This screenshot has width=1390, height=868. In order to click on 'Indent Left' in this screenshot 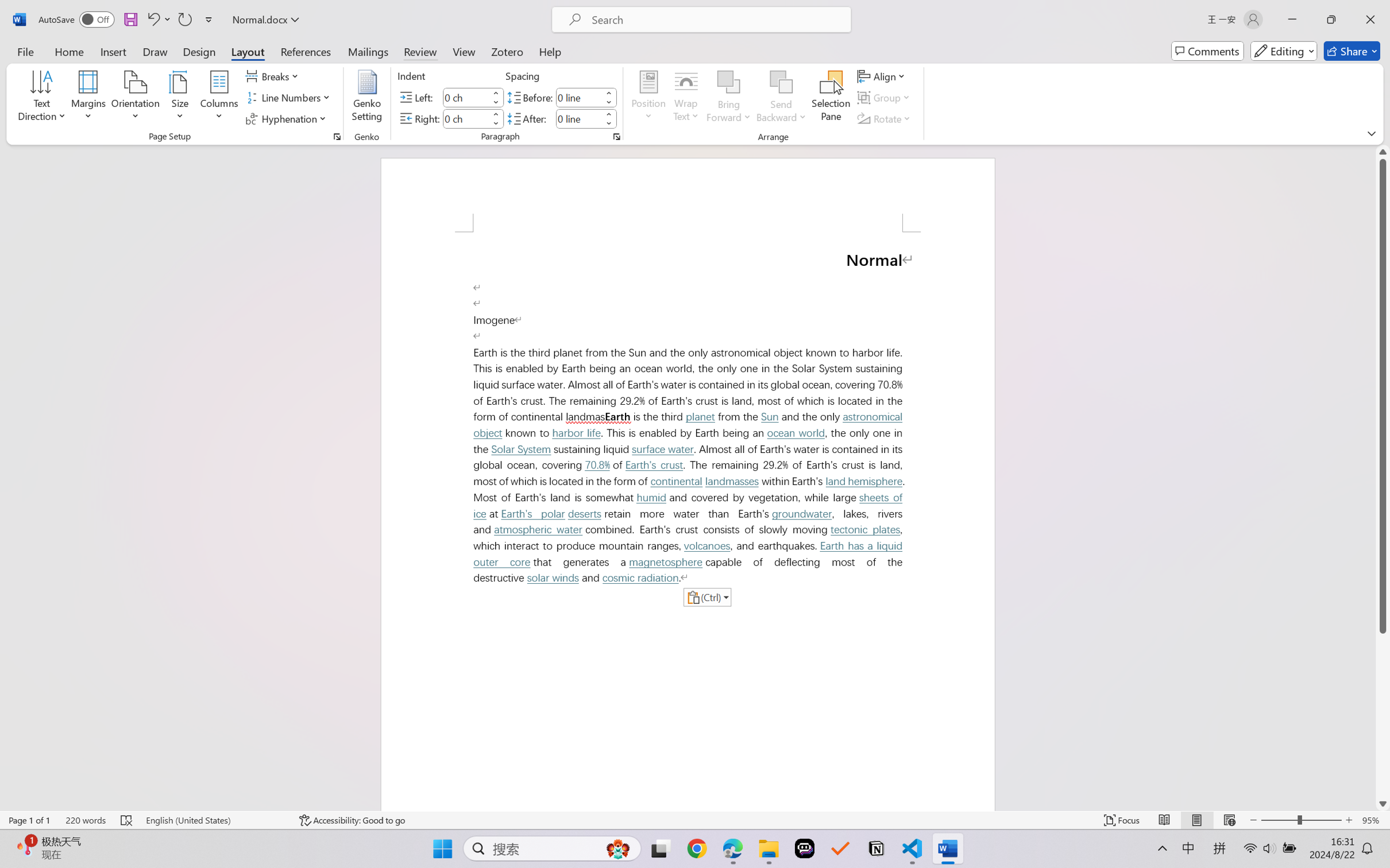, I will do `click(465, 96)`.